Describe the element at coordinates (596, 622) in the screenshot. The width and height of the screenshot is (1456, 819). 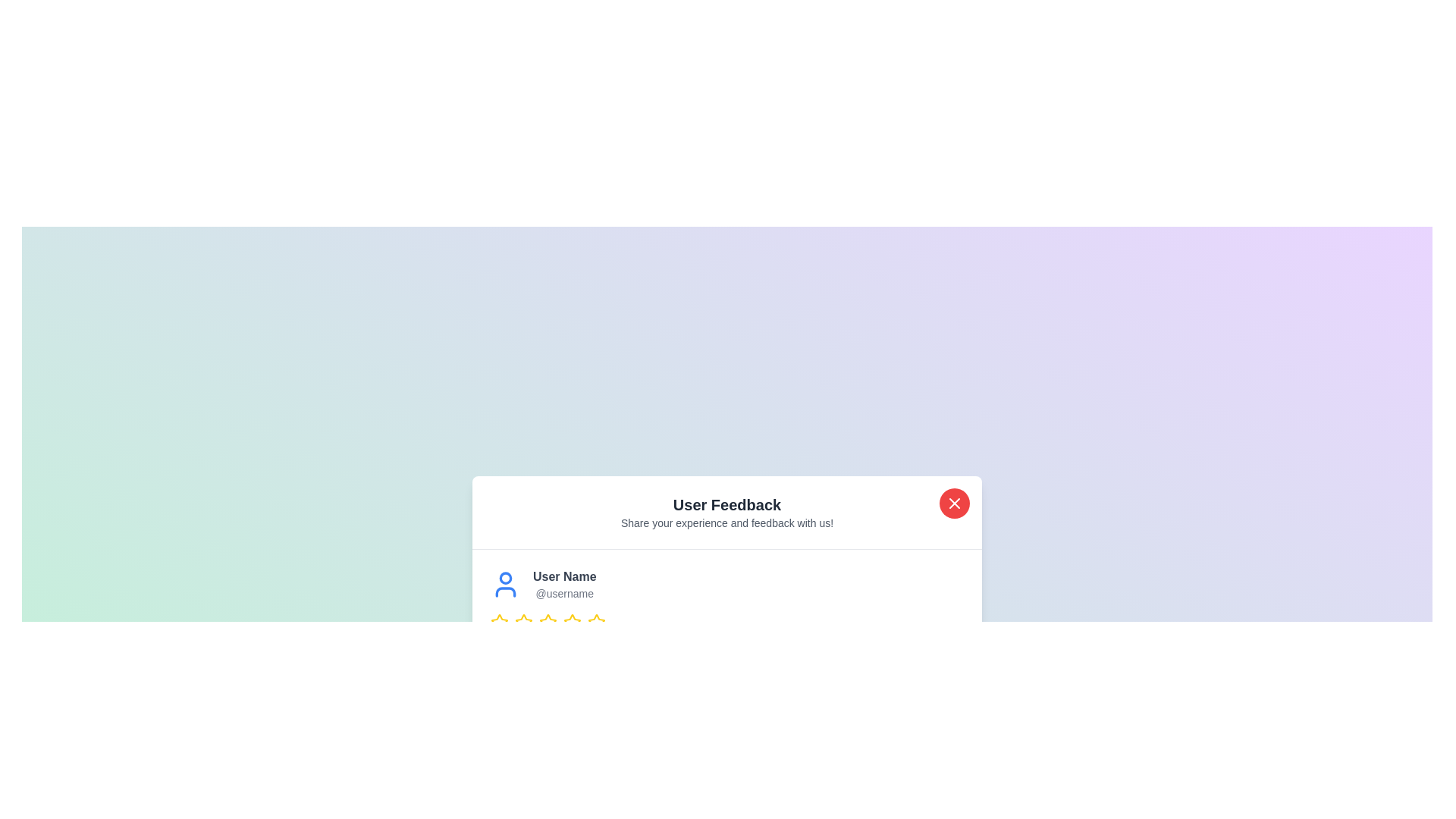
I see `the fifth rating star icon, which indicates the highest rating level` at that location.